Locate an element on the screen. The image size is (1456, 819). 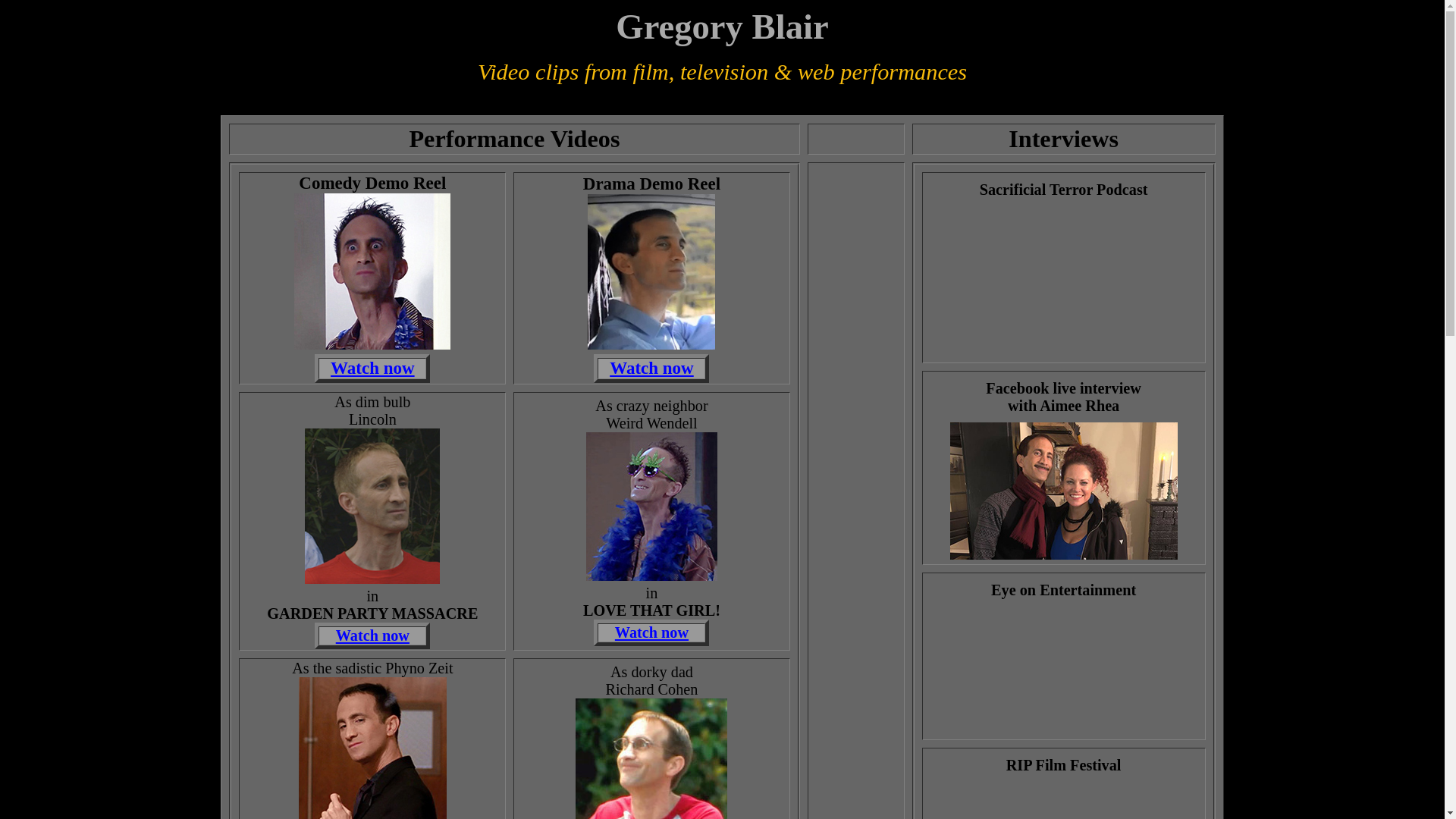
'Watch now' is located at coordinates (651, 632).